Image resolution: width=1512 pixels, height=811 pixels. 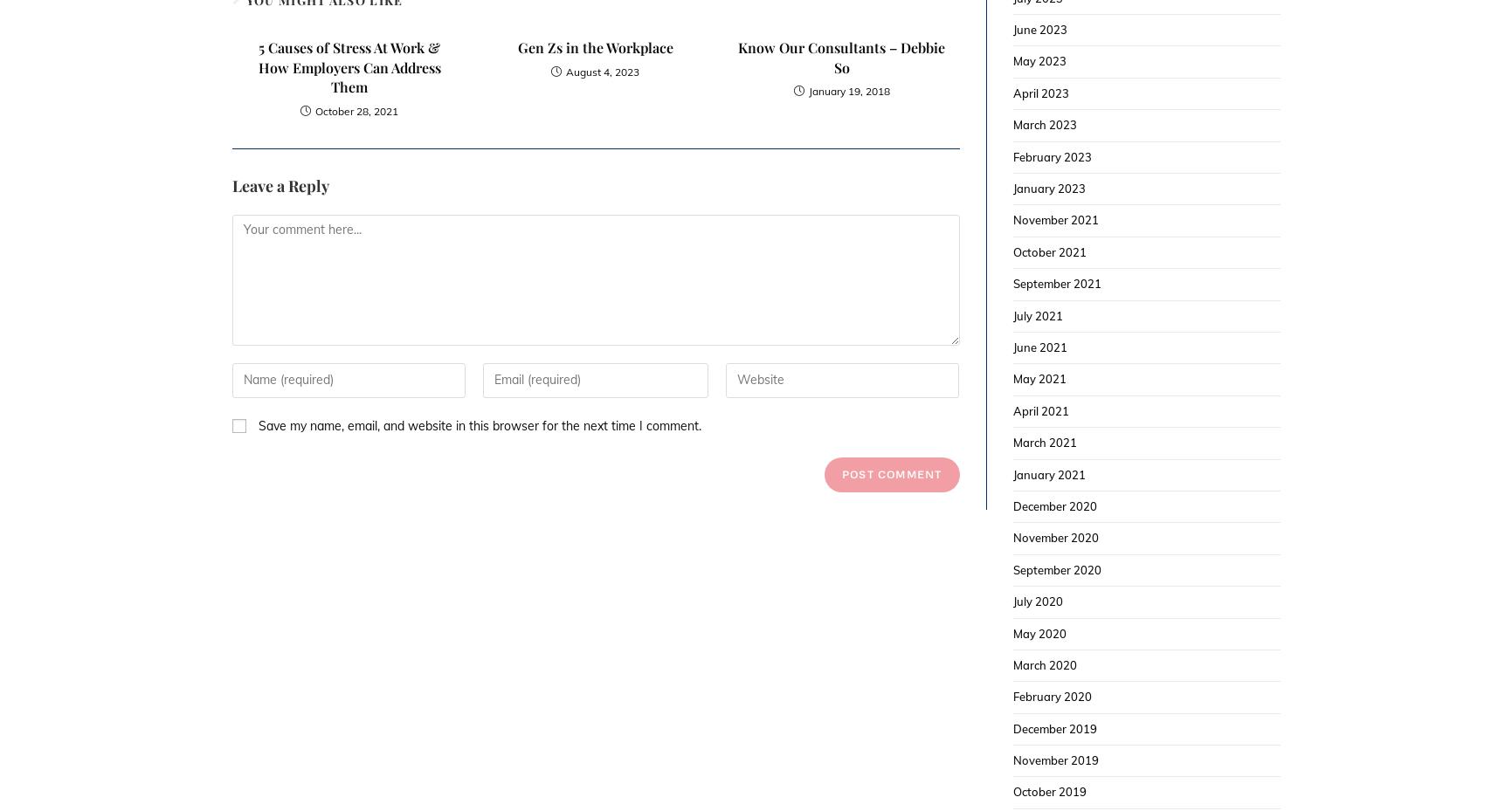 I want to click on 'March 2021', so click(x=1044, y=442).